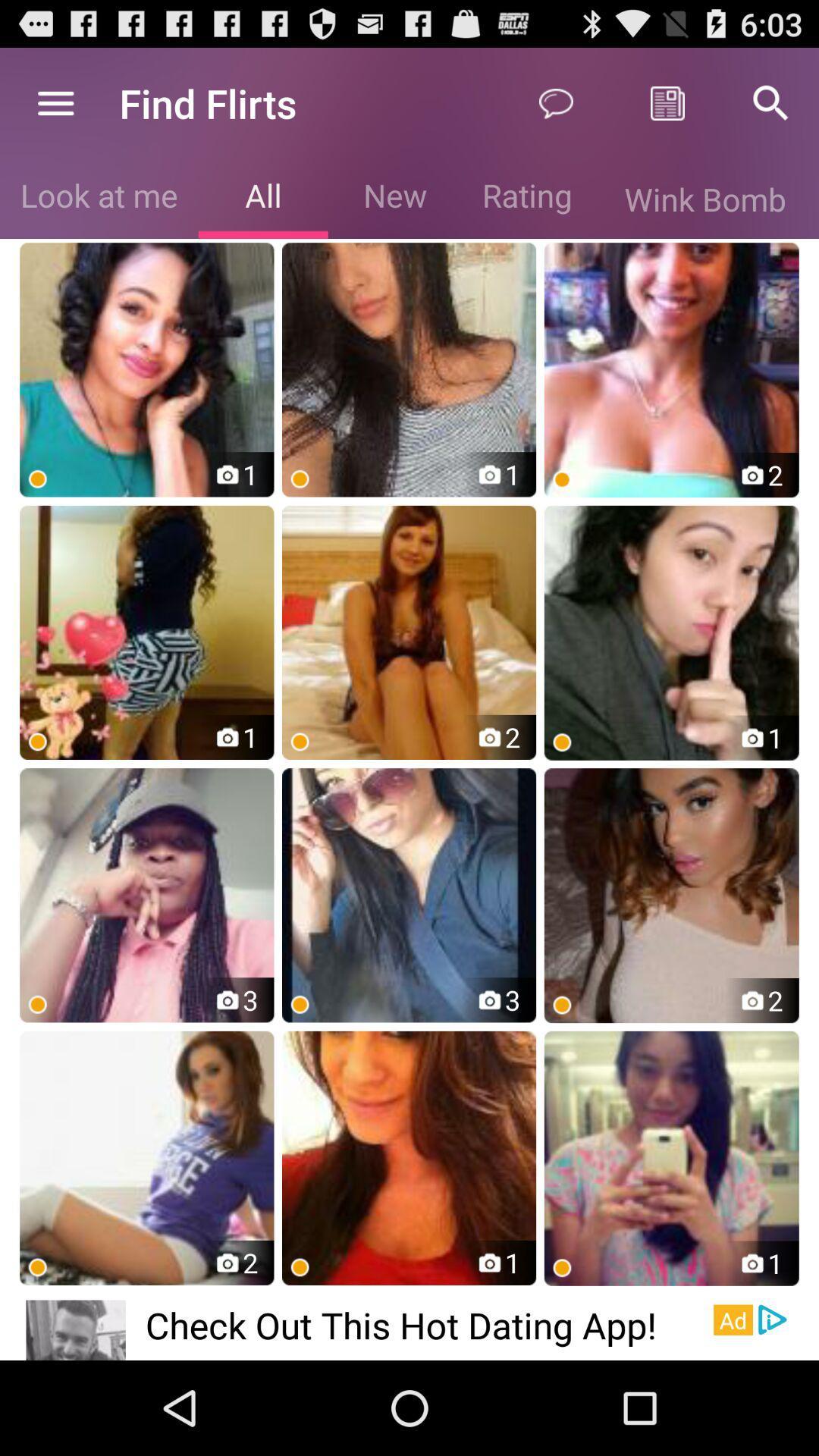 The width and height of the screenshot is (819, 1456). Describe the element at coordinates (526, 198) in the screenshot. I see `the option right side of new` at that location.